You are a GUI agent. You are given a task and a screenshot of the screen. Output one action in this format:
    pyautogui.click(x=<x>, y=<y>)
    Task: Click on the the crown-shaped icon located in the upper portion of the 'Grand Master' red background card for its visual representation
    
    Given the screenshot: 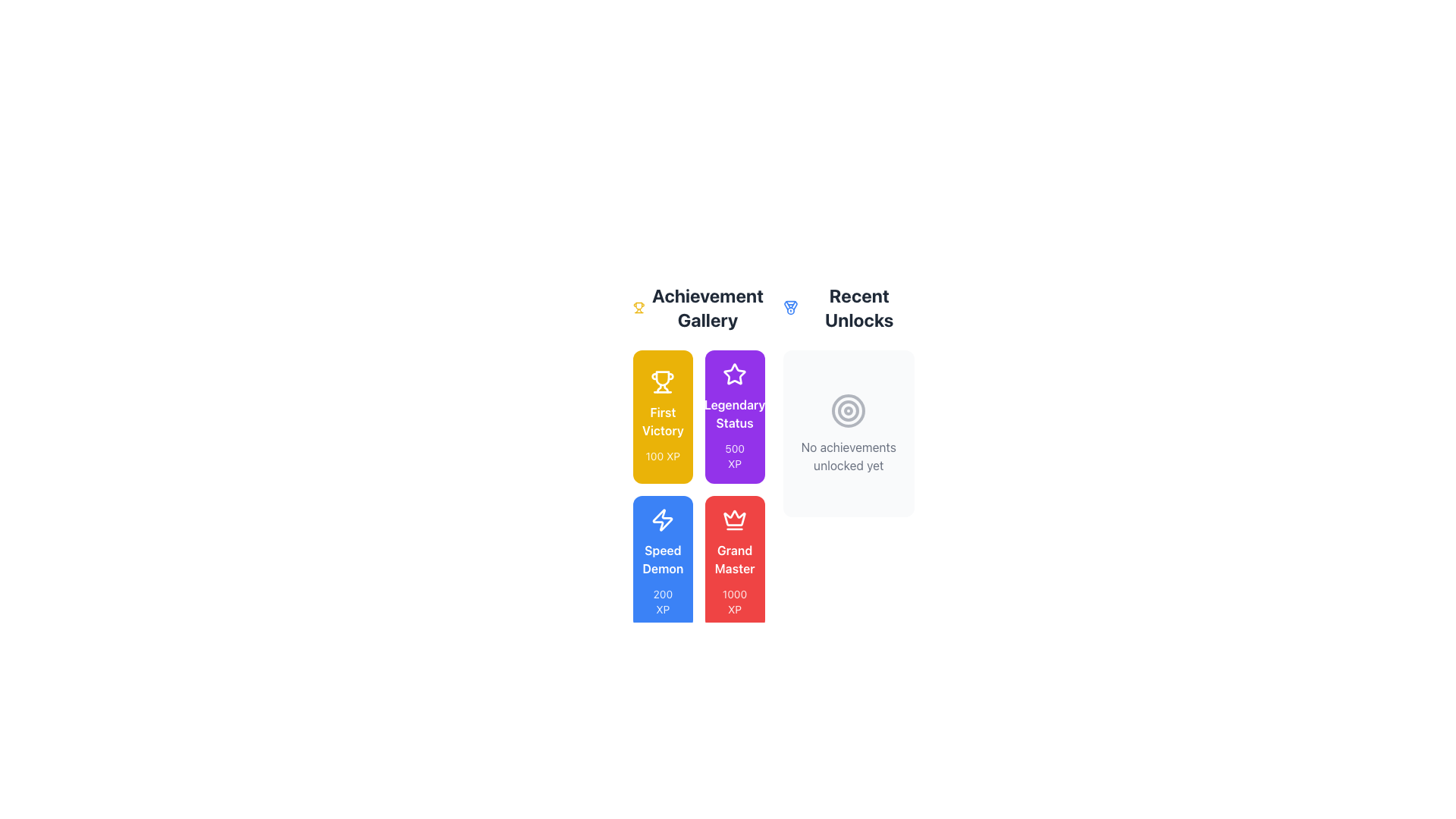 What is the action you would take?
    pyautogui.click(x=735, y=517)
    